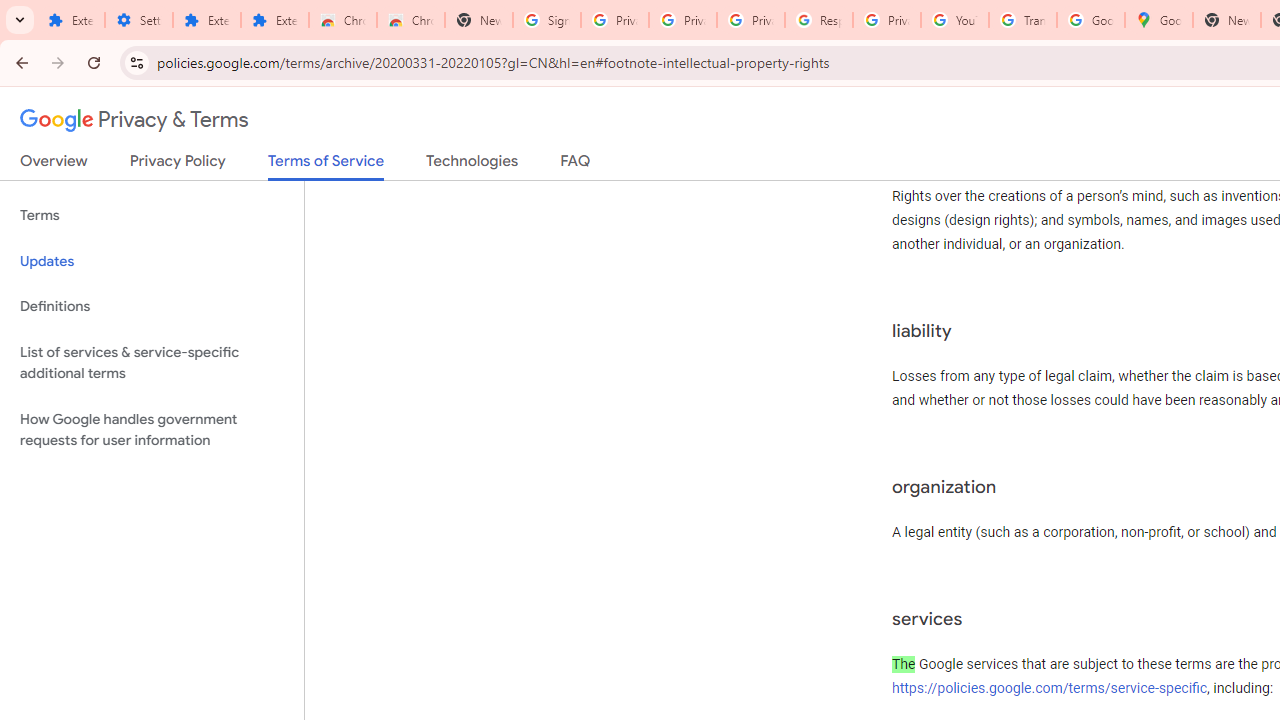  Describe the element at coordinates (410, 20) in the screenshot. I see `'Chrome Web Store - Themes'` at that location.